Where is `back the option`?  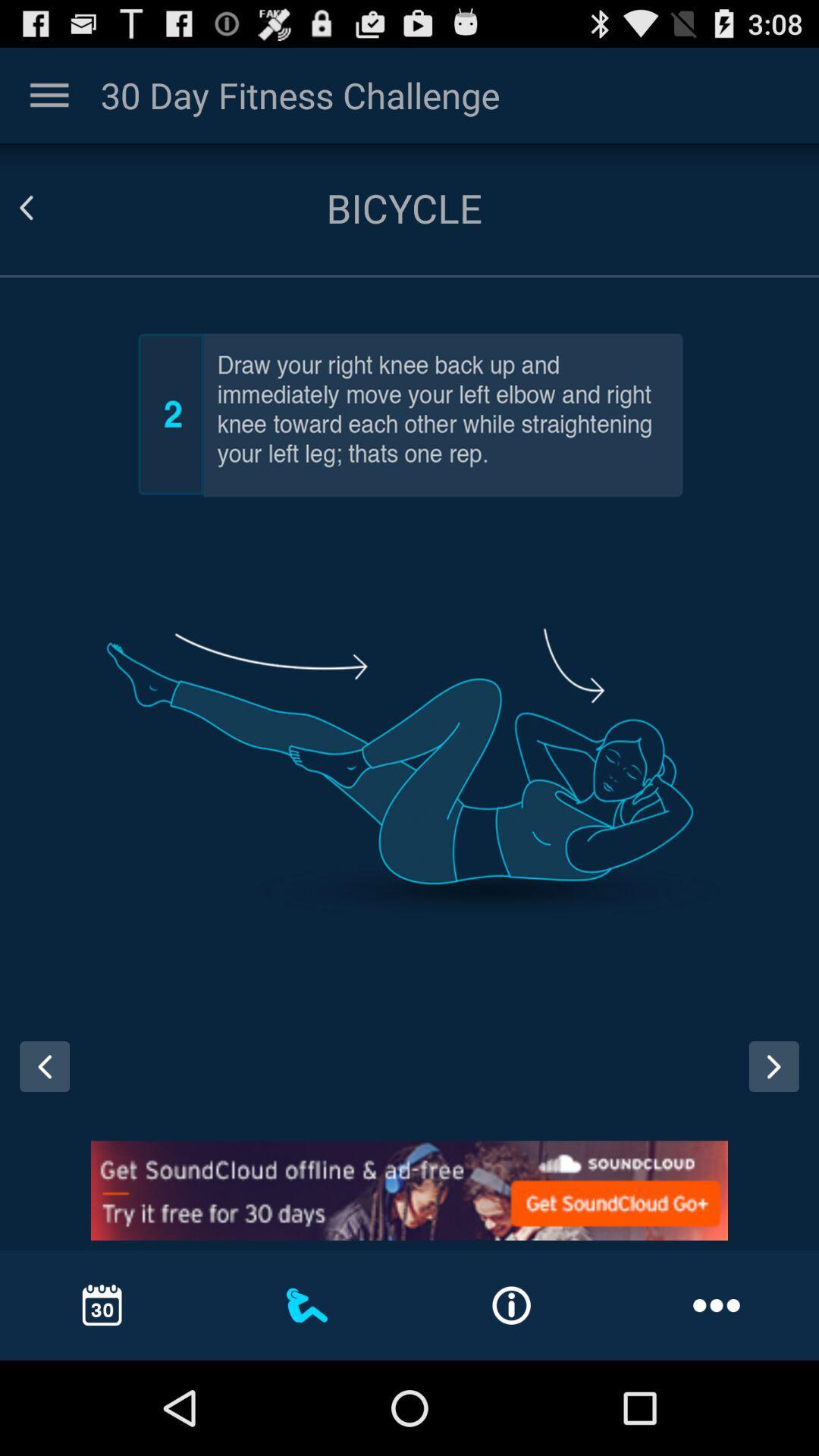
back the option is located at coordinates (44, 207).